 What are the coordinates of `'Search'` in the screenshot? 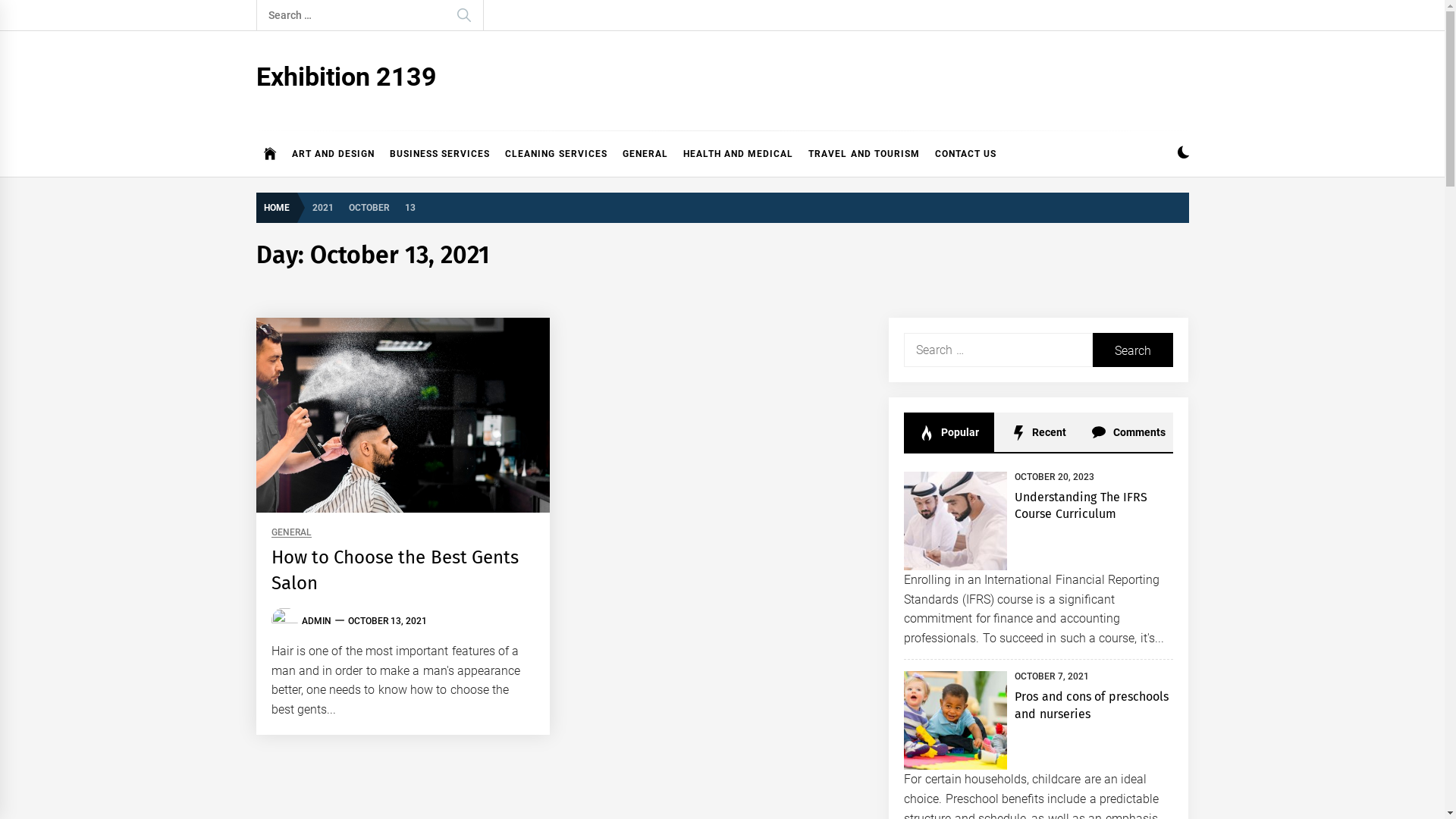 It's located at (1132, 350).